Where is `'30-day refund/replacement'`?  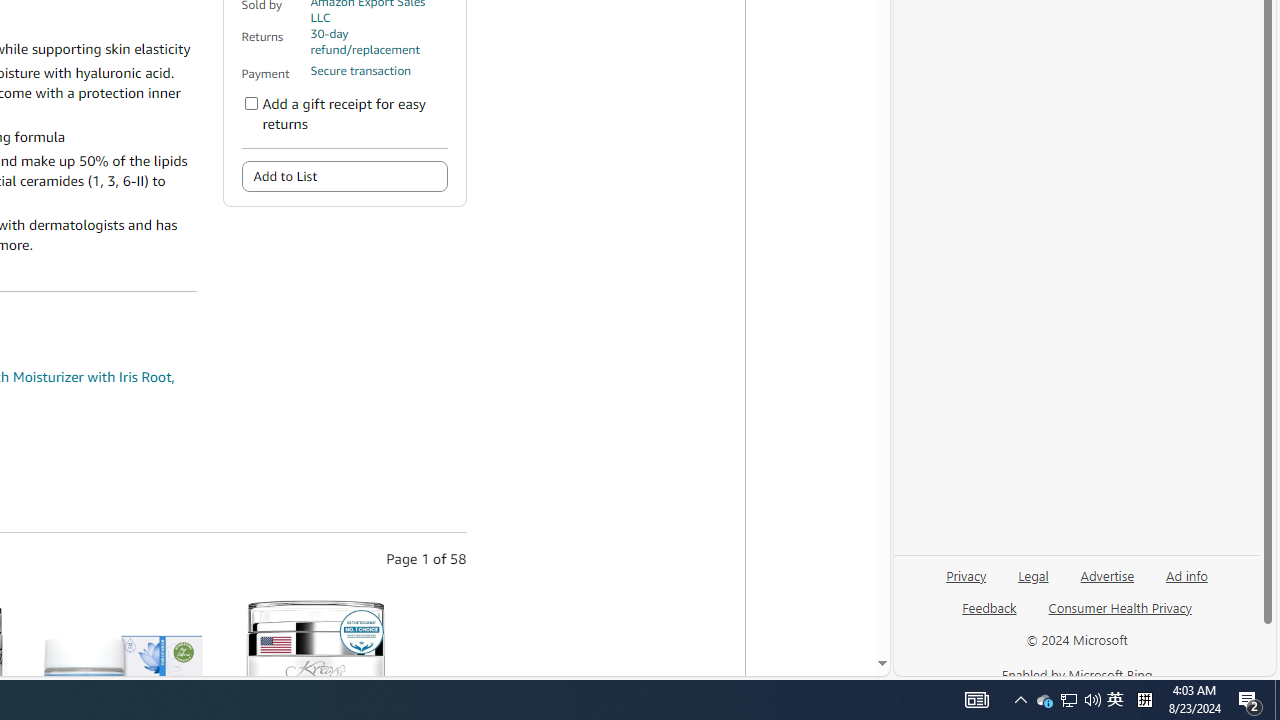 '30-day refund/replacement' is located at coordinates (378, 42).